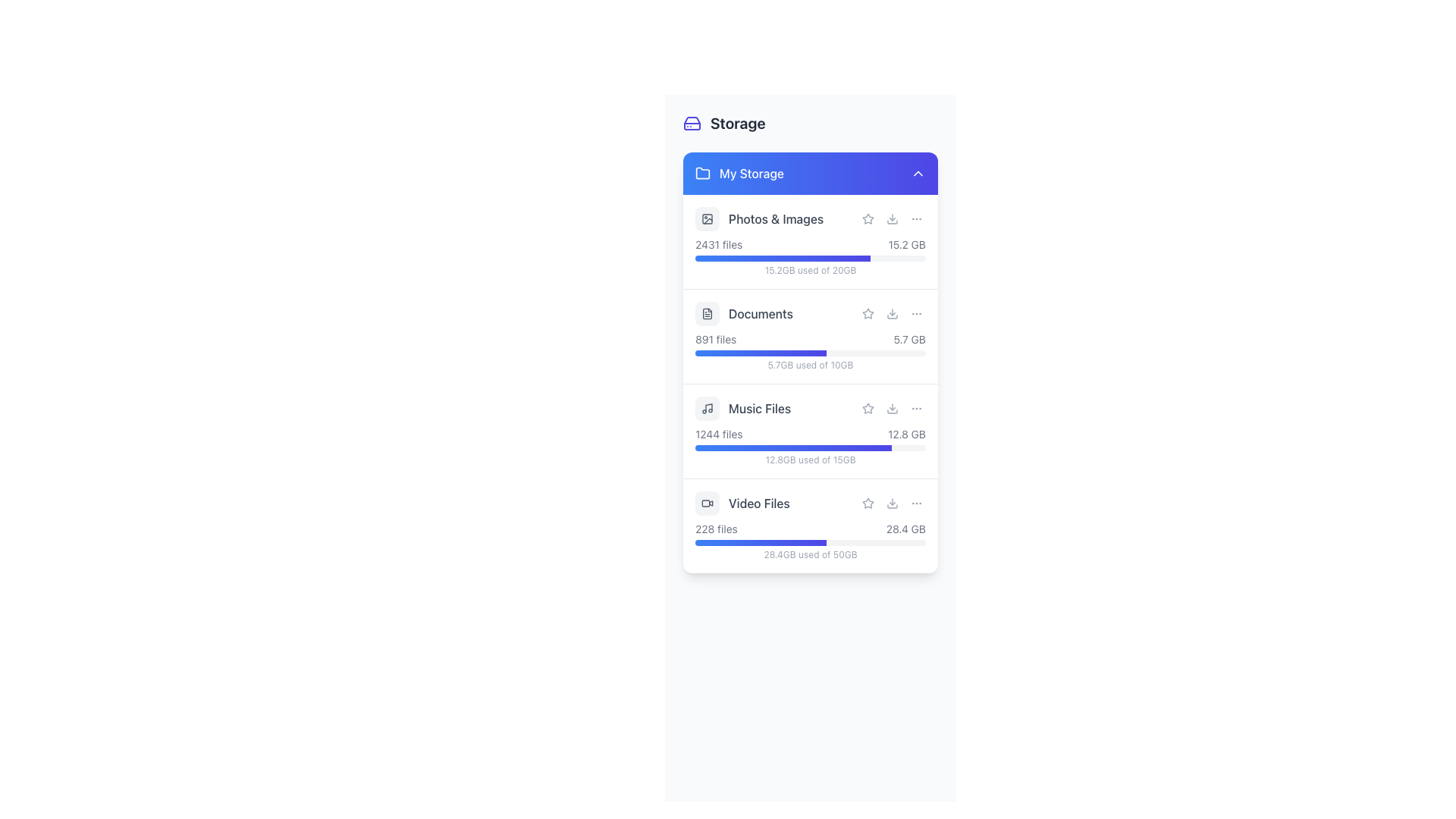 This screenshot has height=819, width=1456. What do you see at coordinates (867, 312) in the screenshot?
I see `the star-shaped icon with text-gray-400 color style located in the 'Documents' section of the 'My Storage' folder to star or unstar the item` at bounding box center [867, 312].